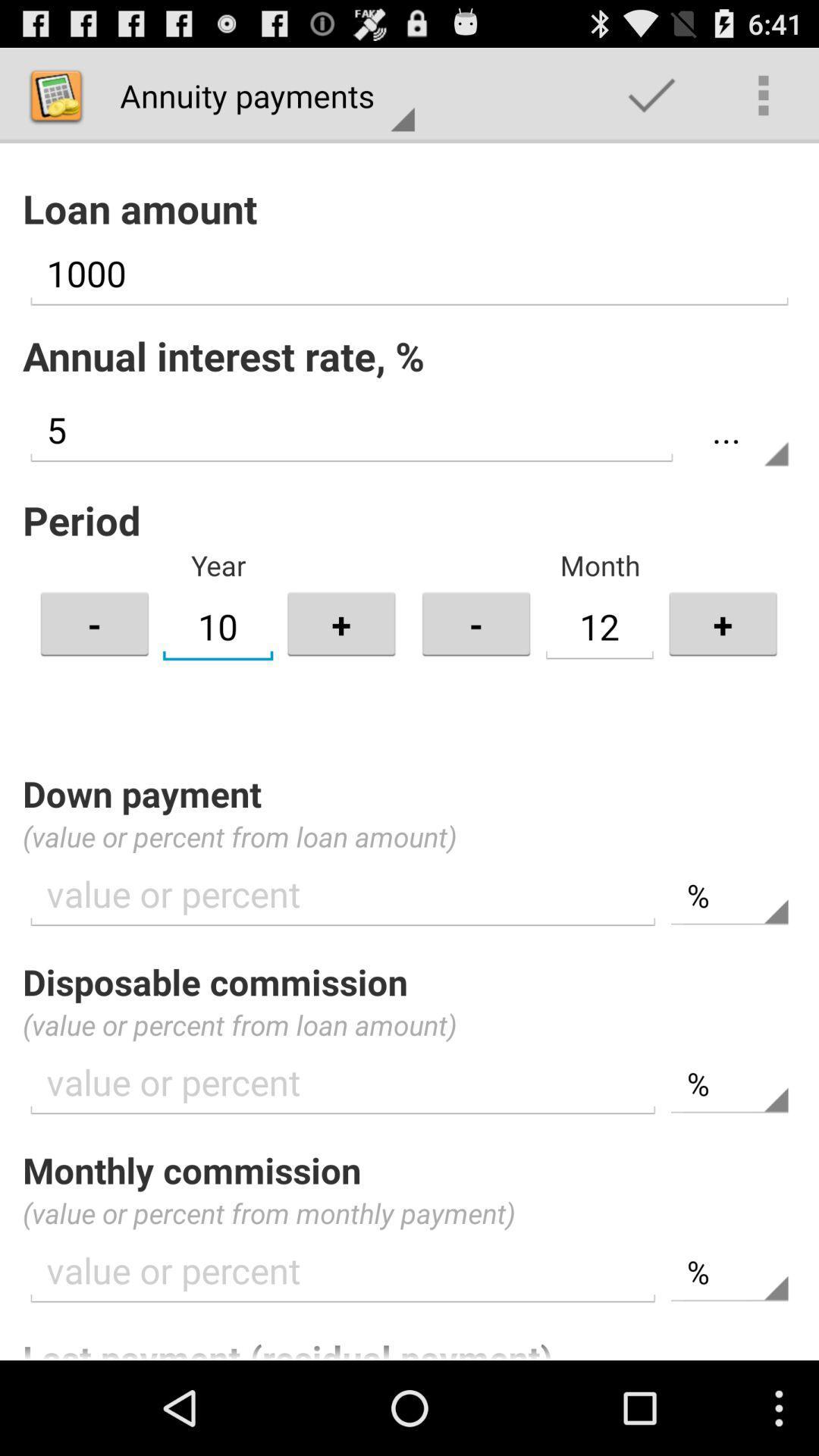  I want to click on the second text field under monthly commission, so click(729, 1272).